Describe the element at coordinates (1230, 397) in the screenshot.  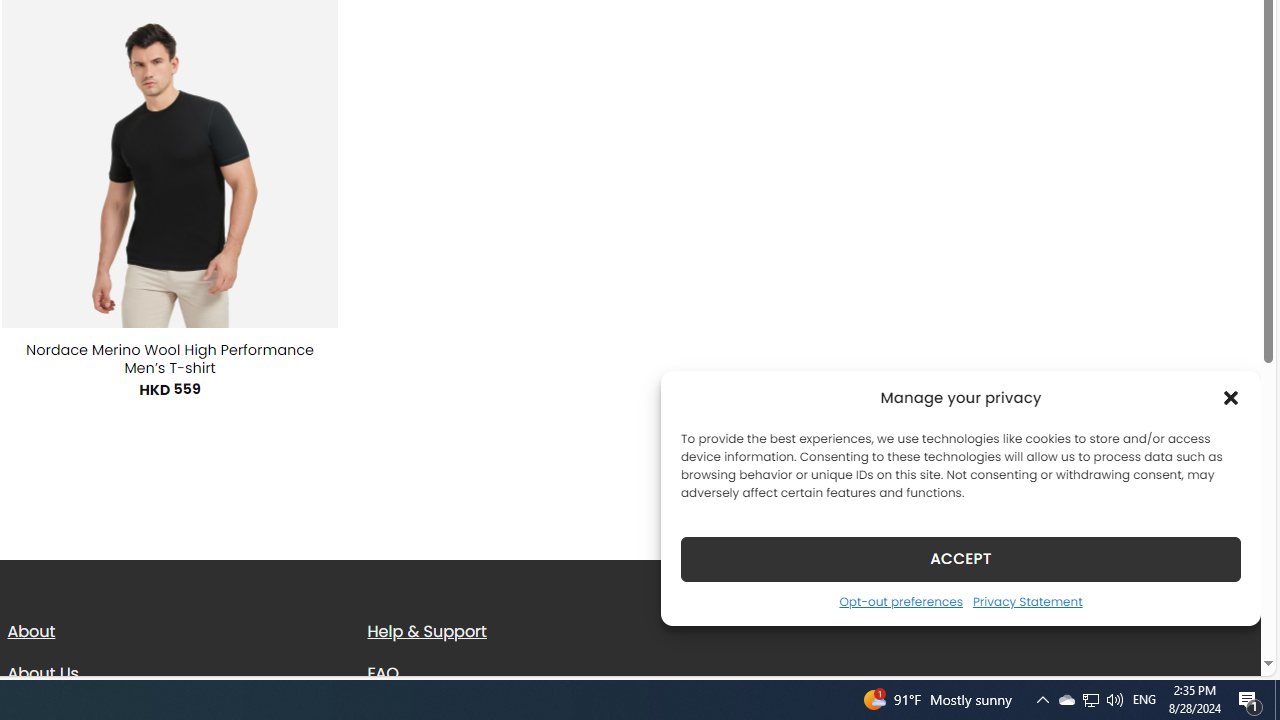
I see `'Class: cmplz-close'` at that location.